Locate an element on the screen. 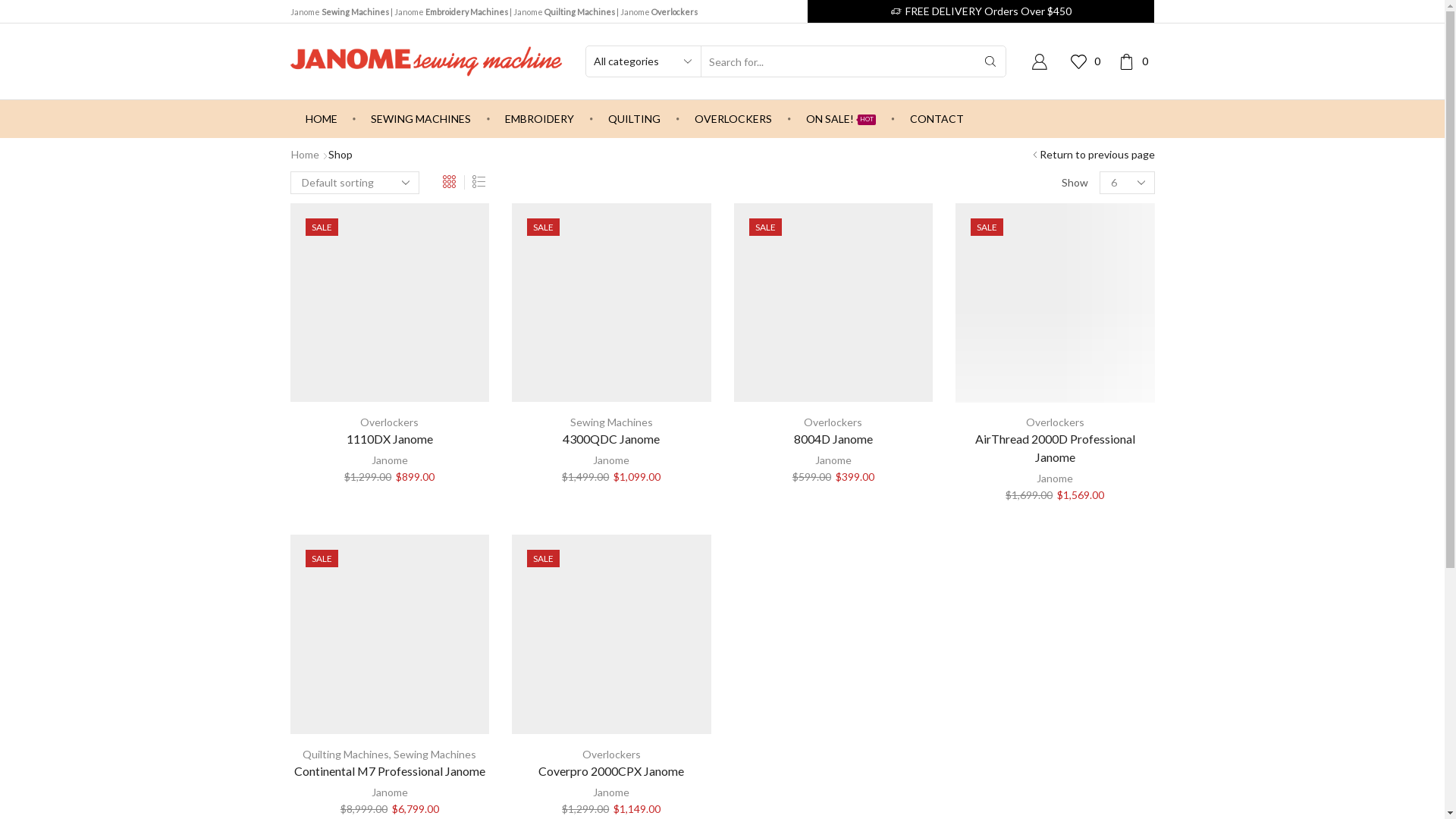 Image resolution: width=1456 pixels, height=819 pixels. 'SEWING MACHINES' is located at coordinates (355, 118).